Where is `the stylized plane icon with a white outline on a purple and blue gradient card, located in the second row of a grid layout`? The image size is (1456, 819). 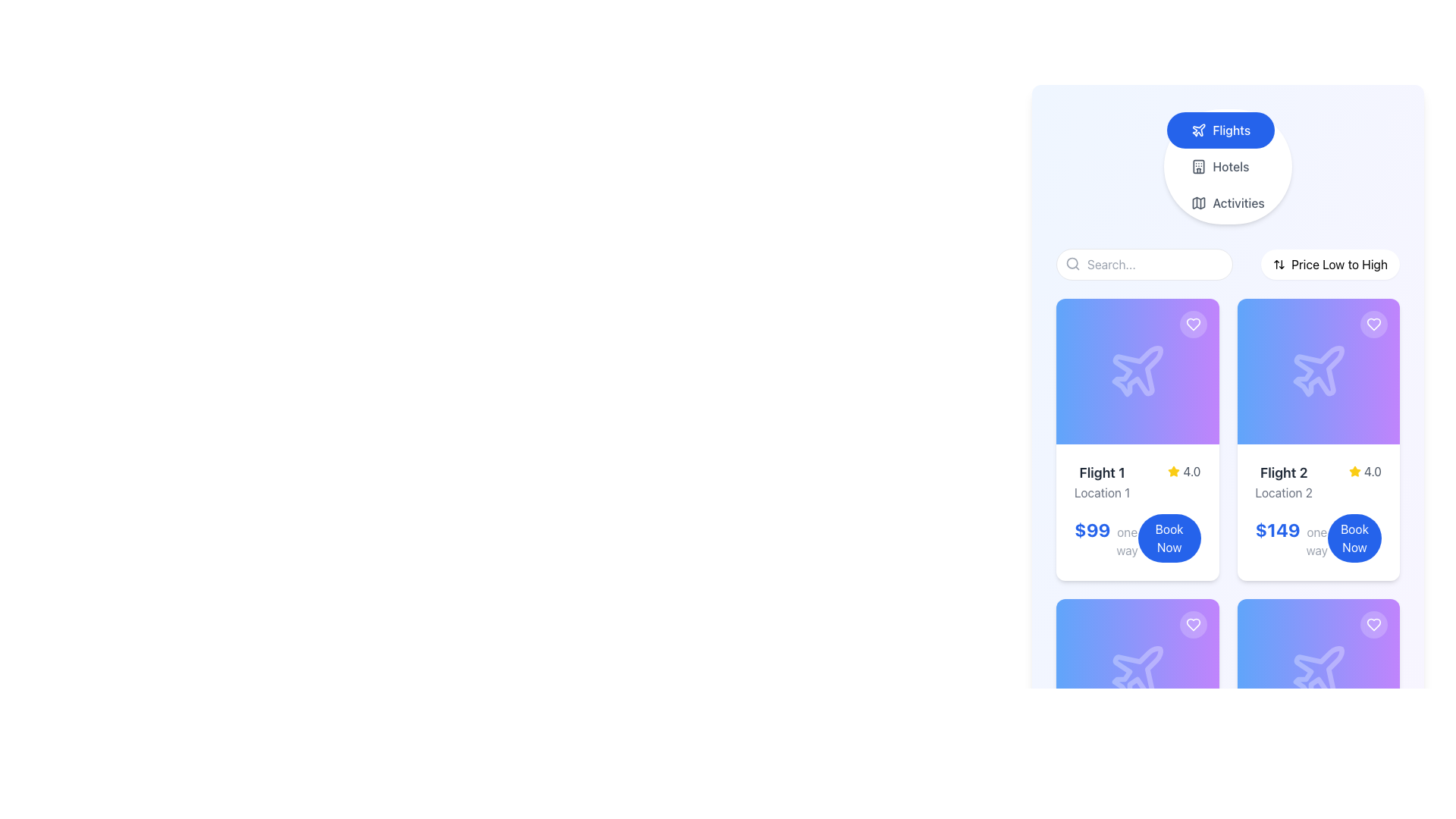 the stylized plane icon with a white outline on a purple and blue gradient card, located in the second row of a grid layout is located at coordinates (1137, 671).